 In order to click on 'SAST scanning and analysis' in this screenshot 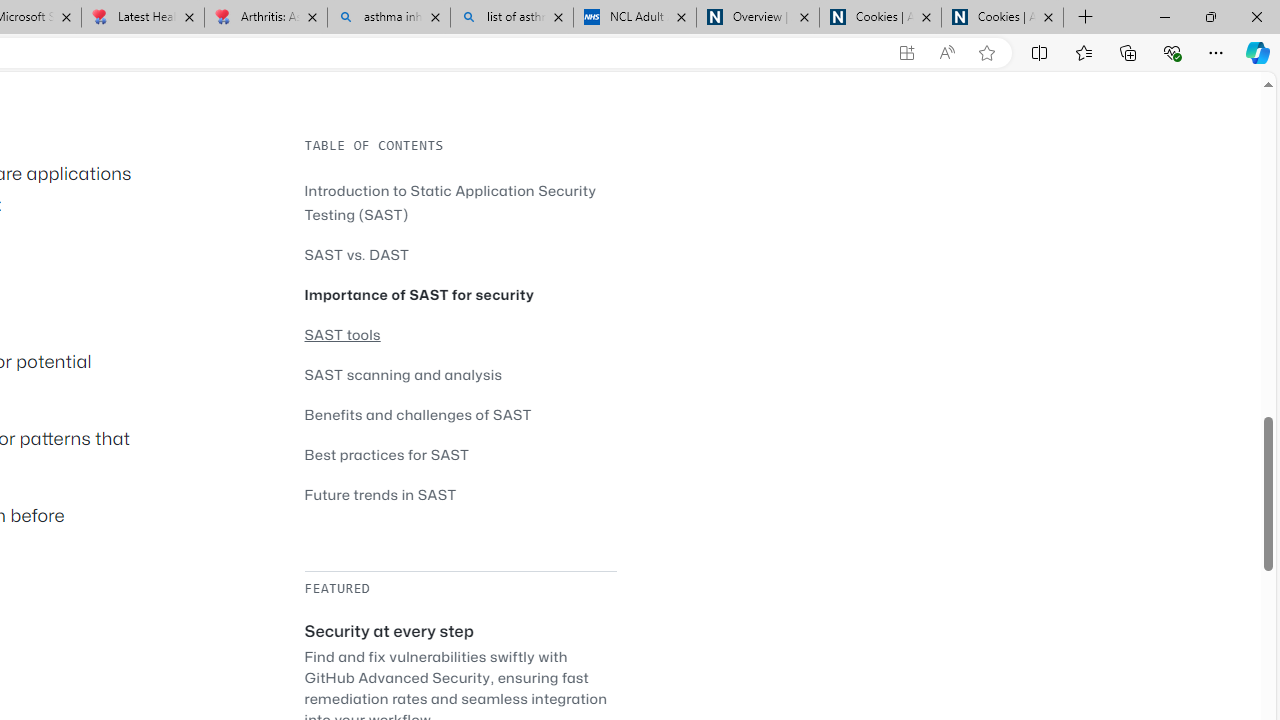, I will do `click(459, 374)`.